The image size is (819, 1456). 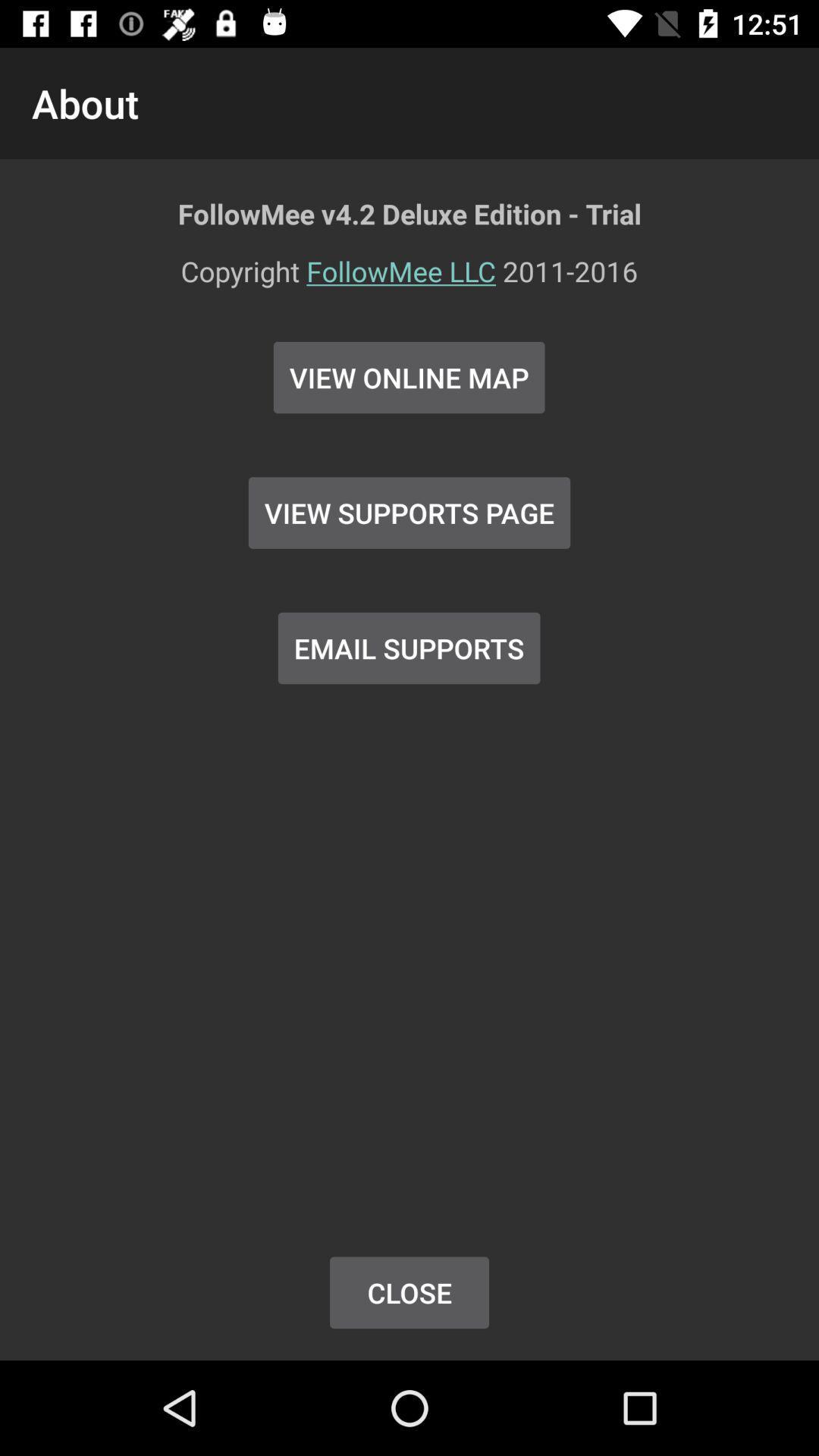 What do you see at coordinates (409, 513) in the screenshot?
I see `item above email supports item` at bounding box center [409, 513].